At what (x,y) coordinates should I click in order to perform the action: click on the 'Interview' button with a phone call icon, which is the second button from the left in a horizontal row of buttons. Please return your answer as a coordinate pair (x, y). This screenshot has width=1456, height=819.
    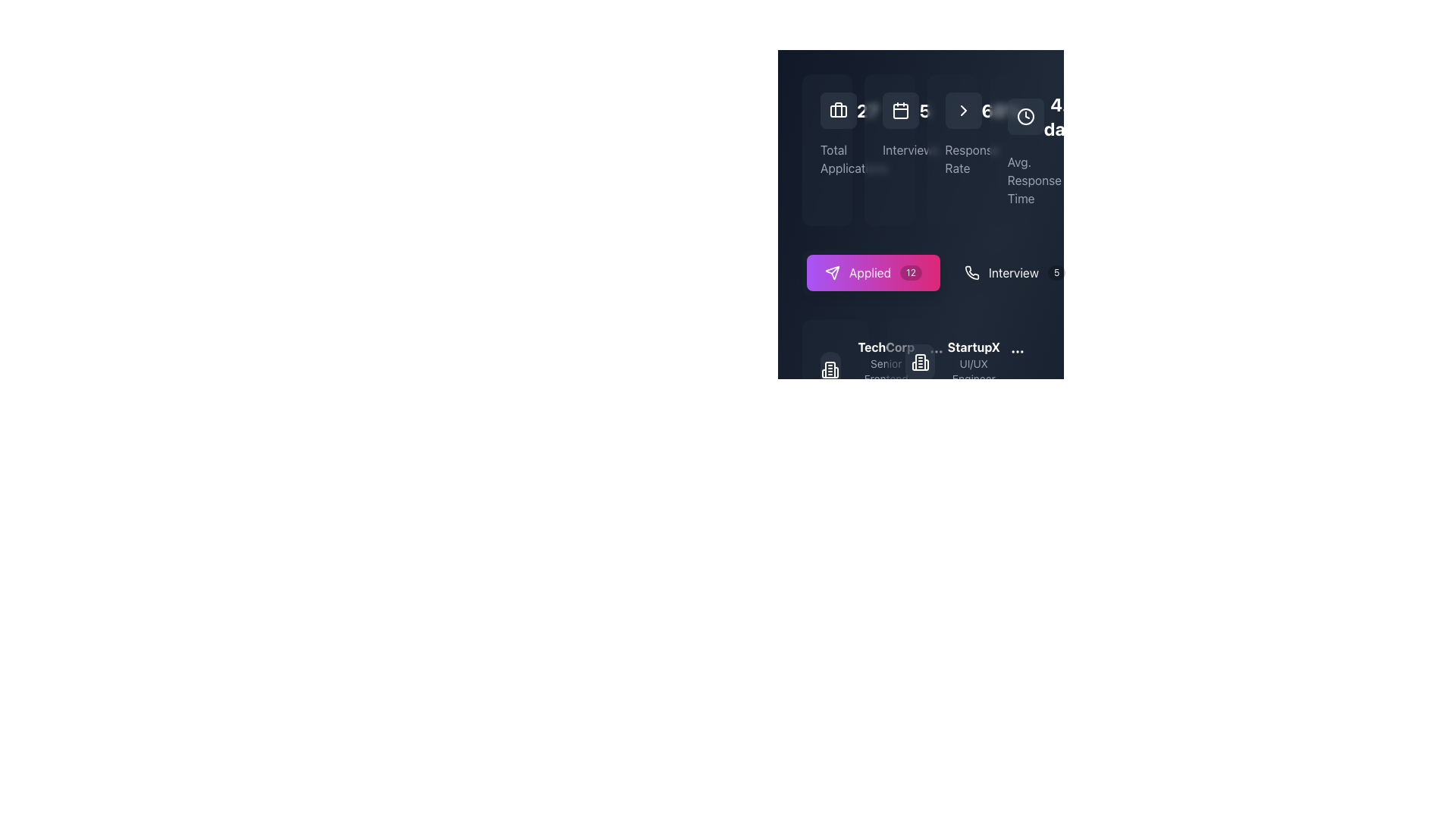
    Looking at the image, I should click on (1015, 271).